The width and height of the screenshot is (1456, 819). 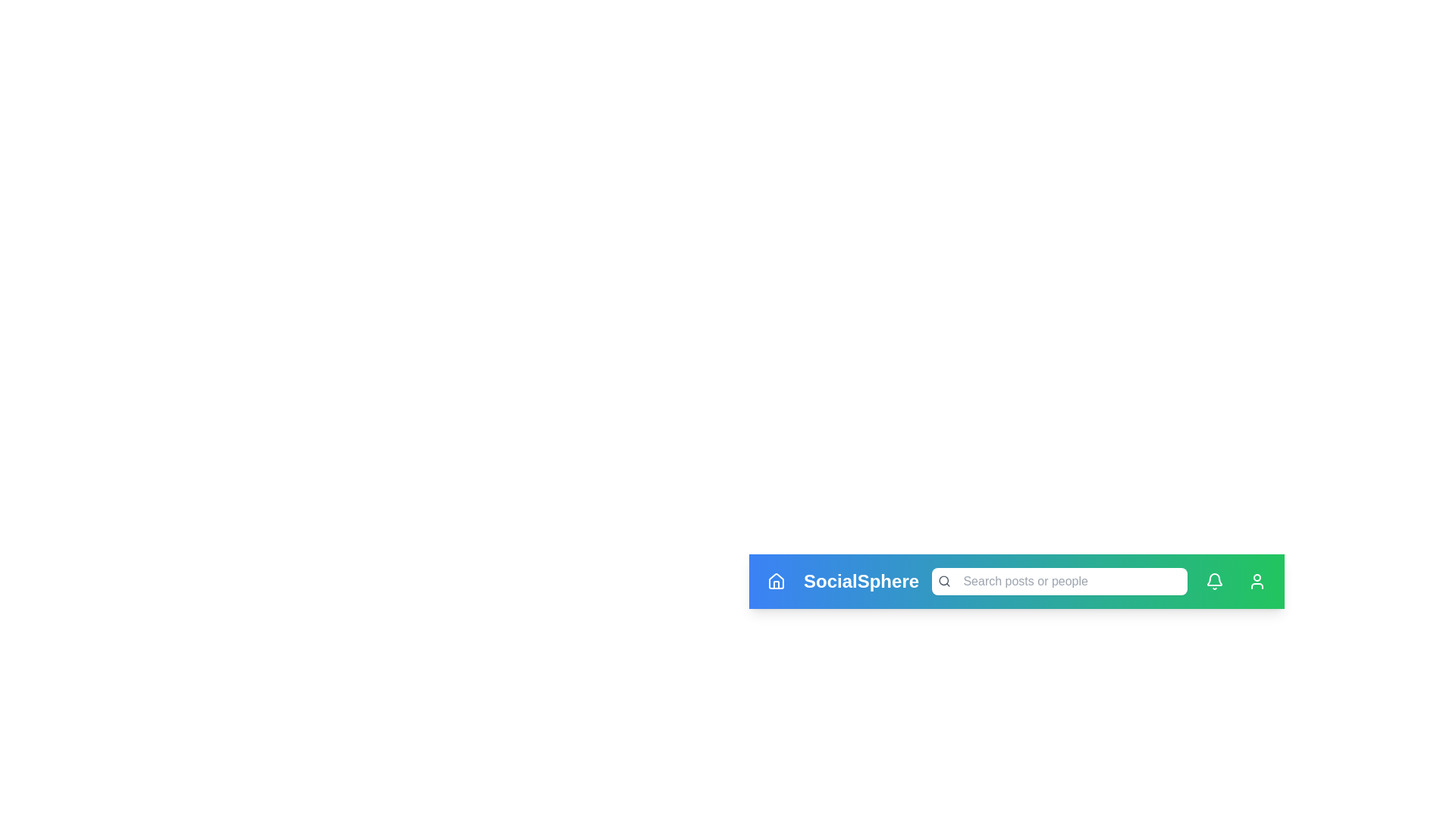 What do you see at coordinates (776, 581) in the screenshot?
I see `the Home icon to navigate to the homepage` at bounding box center [776, 581].